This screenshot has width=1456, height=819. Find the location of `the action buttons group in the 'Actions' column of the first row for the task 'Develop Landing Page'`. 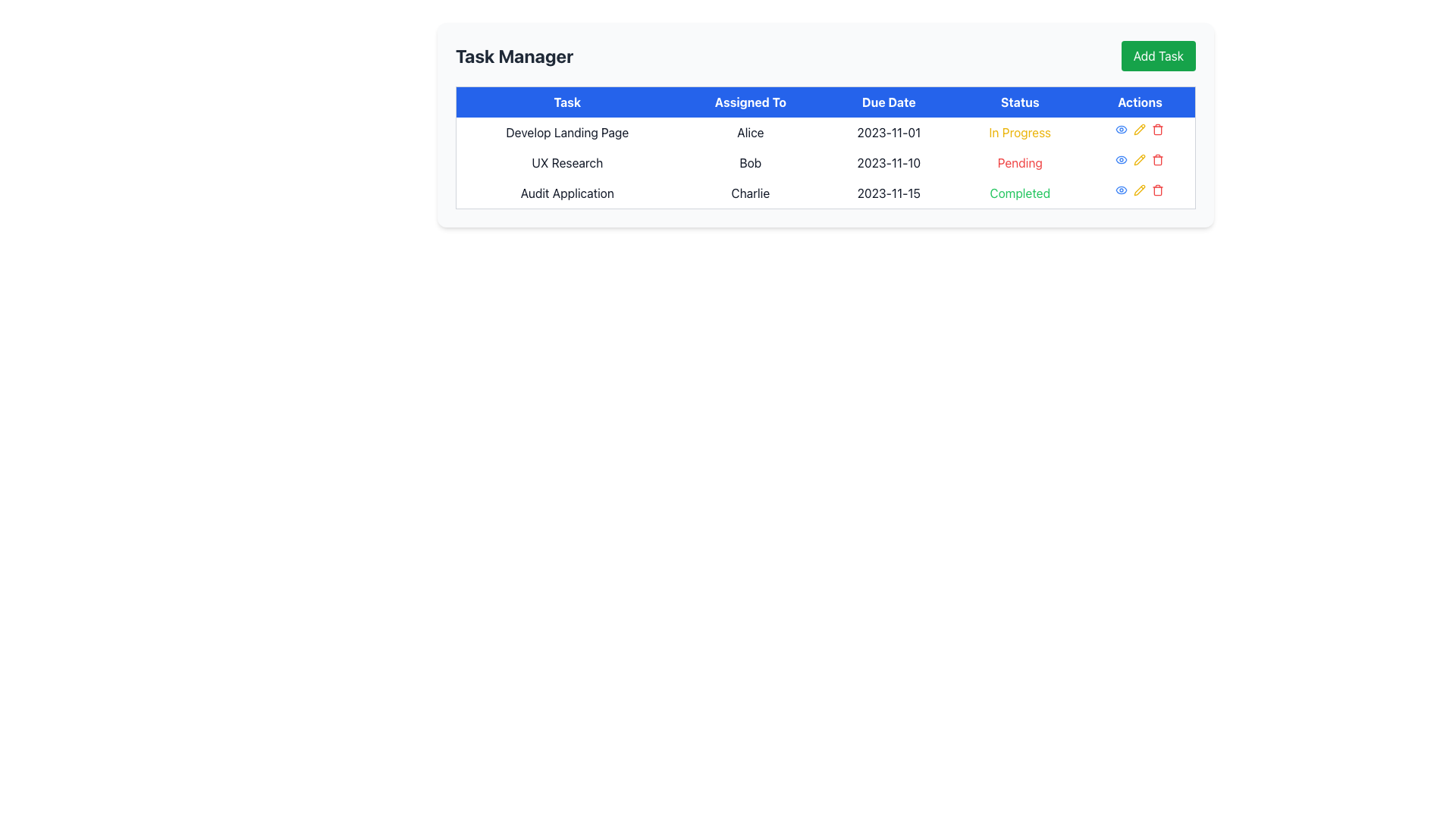

the action buttons group in the 'Actions' column of the first row for the task 'Develop Landing Page' is located at coordinates (1140, 128).